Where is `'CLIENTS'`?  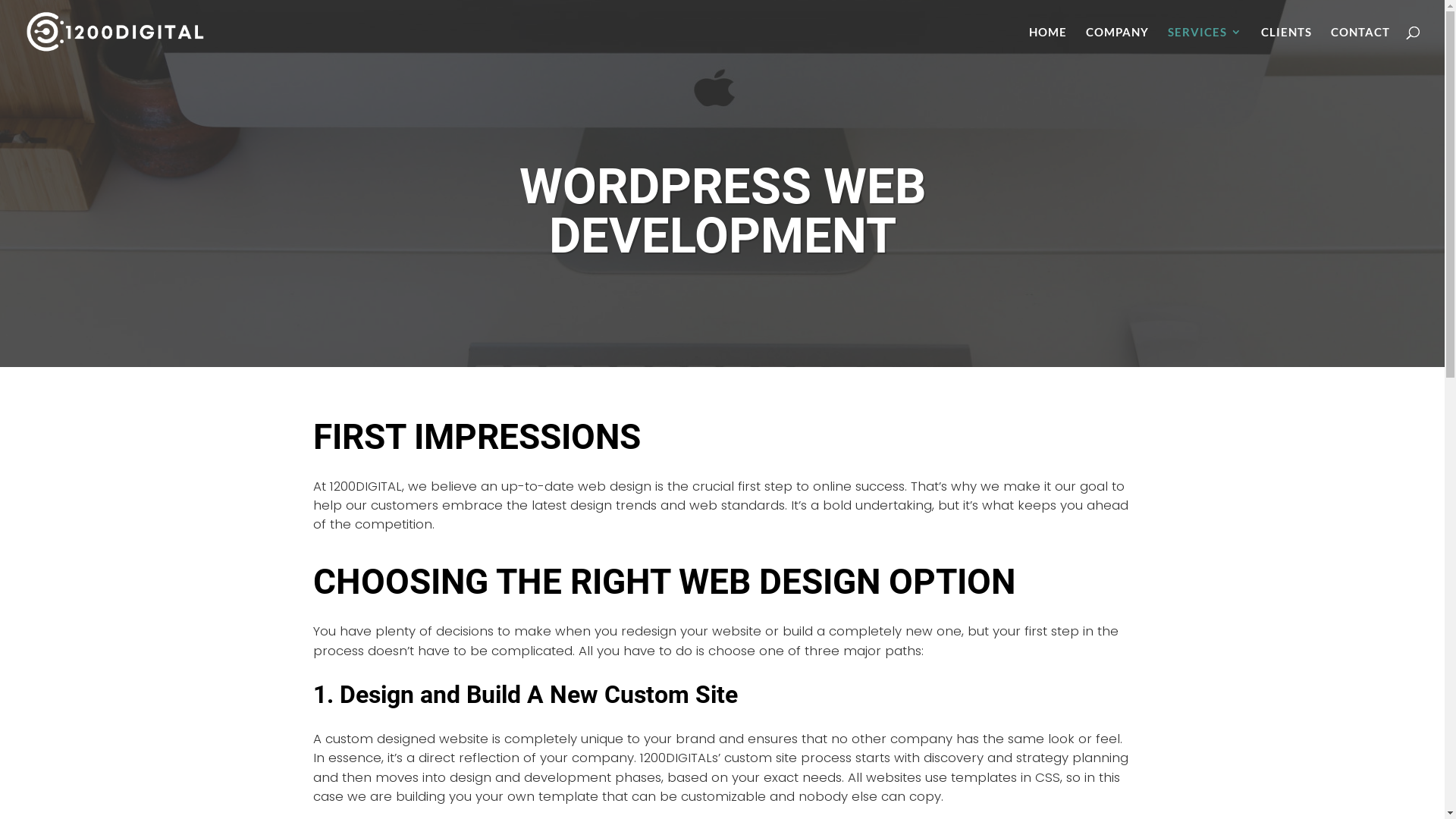
'CLIENTS' is located at coordinates (1285, 44).